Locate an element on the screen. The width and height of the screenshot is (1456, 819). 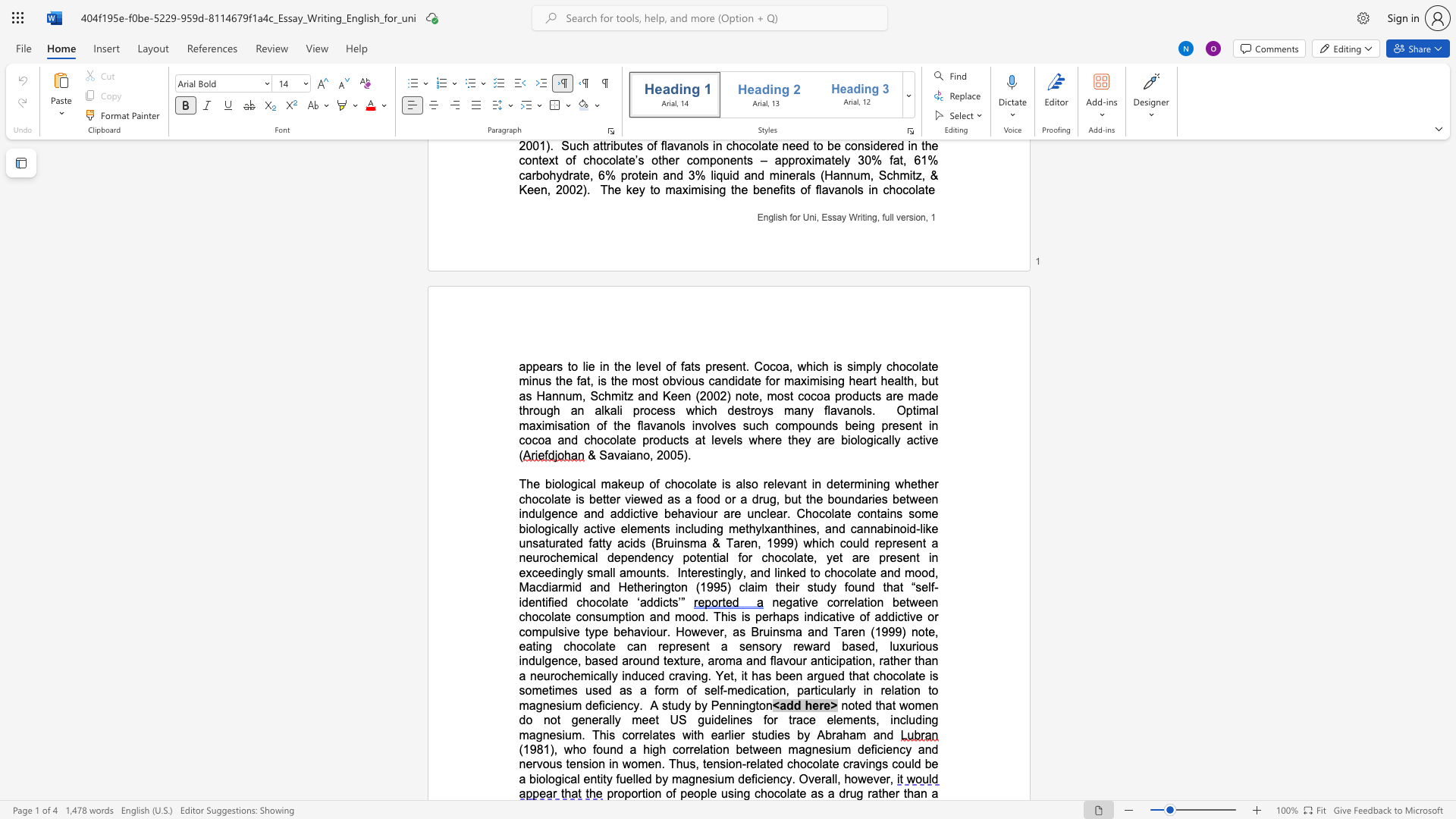
the subset text "a food or a drug, but the boundaries between indulgence and a" within the text "whether chocolate is better viewed as a food or a drug, but the boundaries between indulgence and addictive behaviour are unclear. Chocolate" is located at coordinates (684, 499).